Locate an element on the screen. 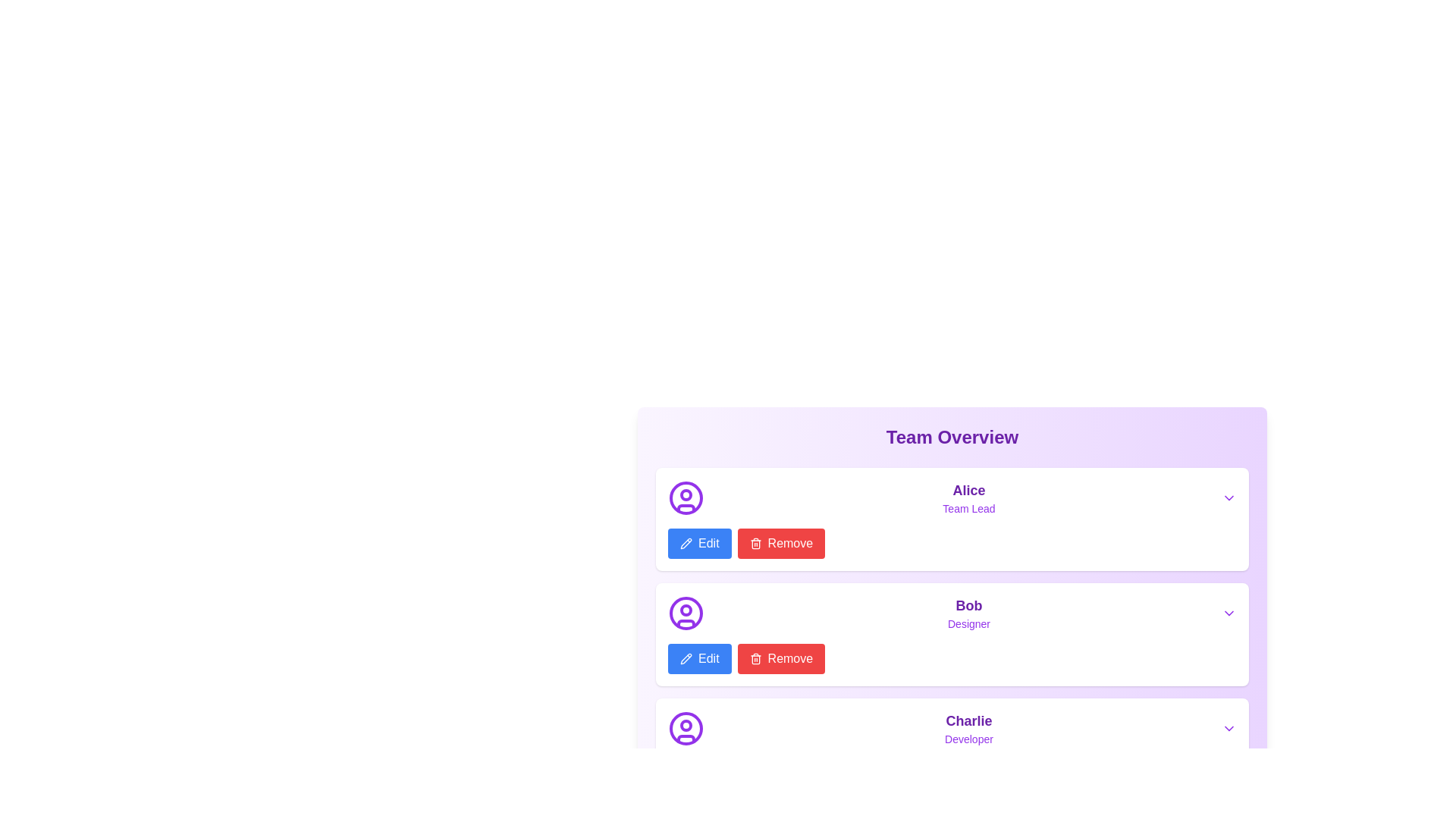 The image size is (1456, 819). the 'Remove User' button located is located at coordinates (781, 543).